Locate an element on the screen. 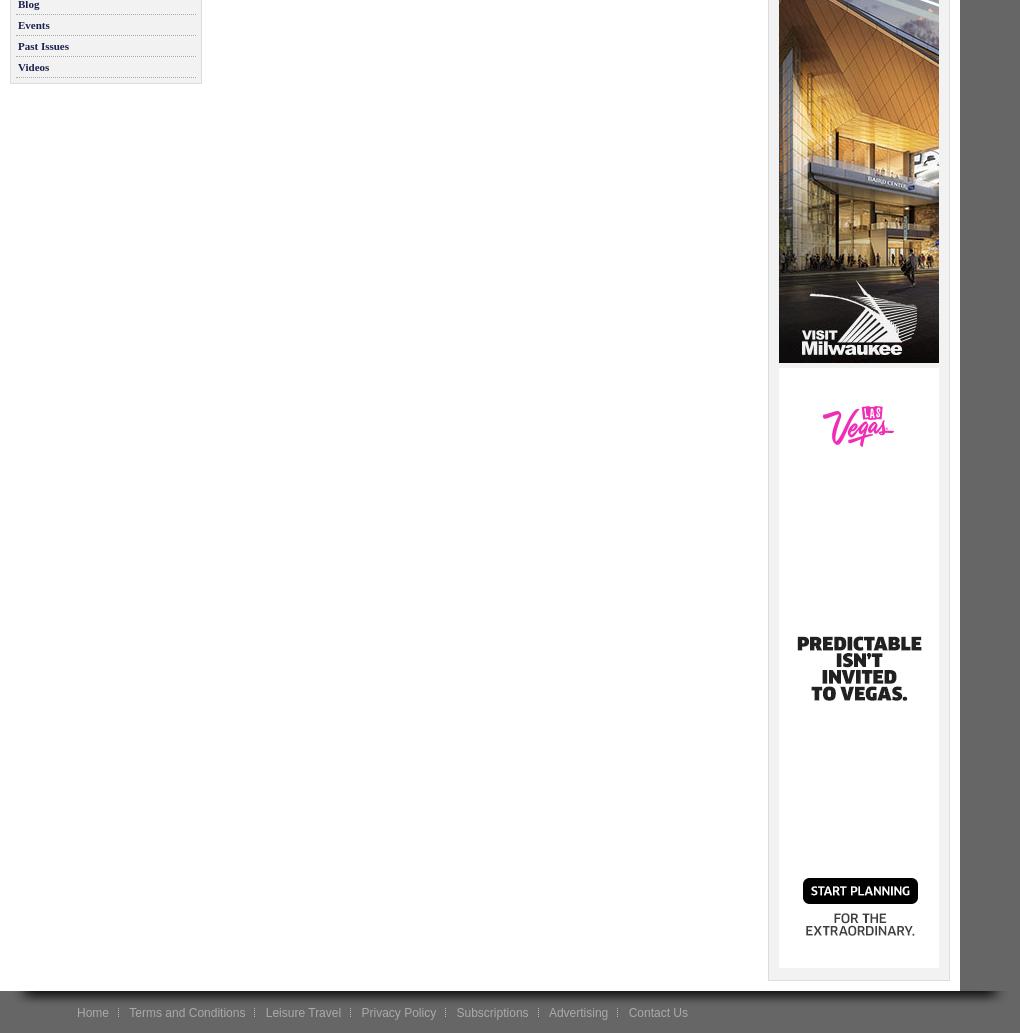 This screenshot has height=1033, width=1020. 'Privacy Policy' is located at coordinates (359, 1011).